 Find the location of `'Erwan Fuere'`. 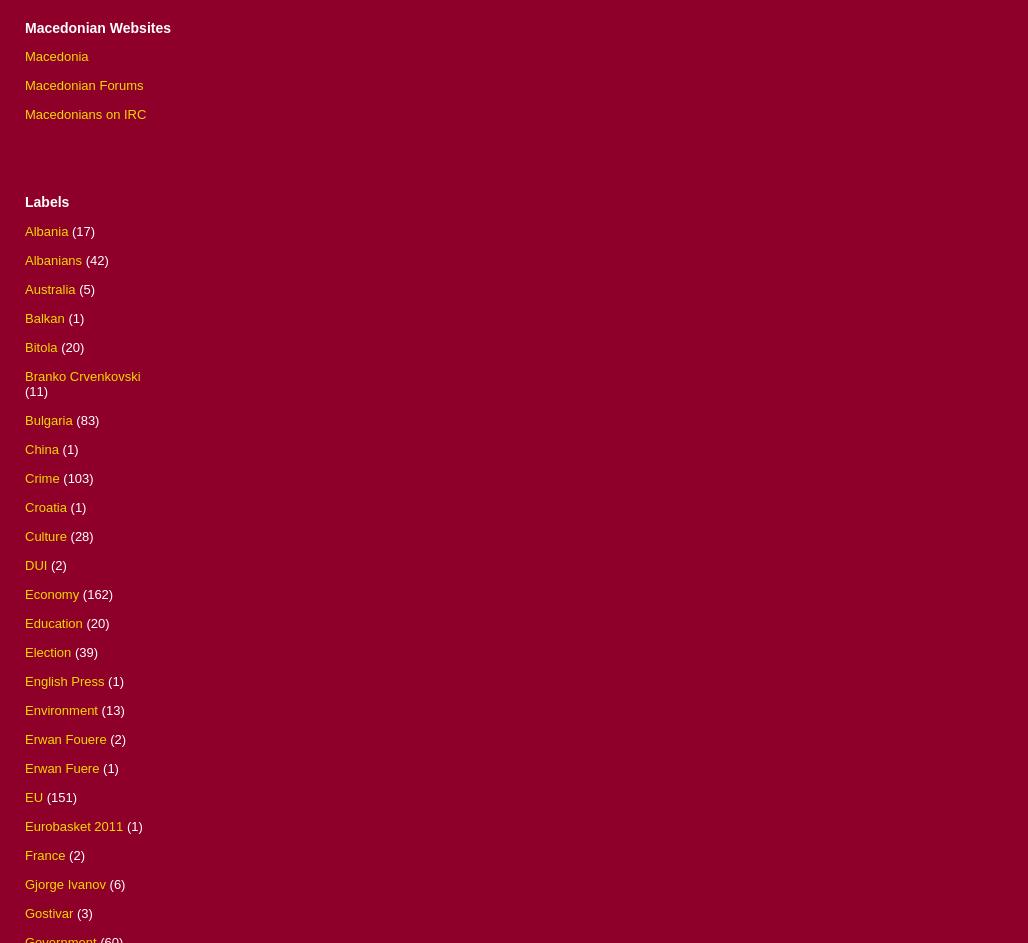

'Erwan Fuere' is located at coordinates (61, 767).